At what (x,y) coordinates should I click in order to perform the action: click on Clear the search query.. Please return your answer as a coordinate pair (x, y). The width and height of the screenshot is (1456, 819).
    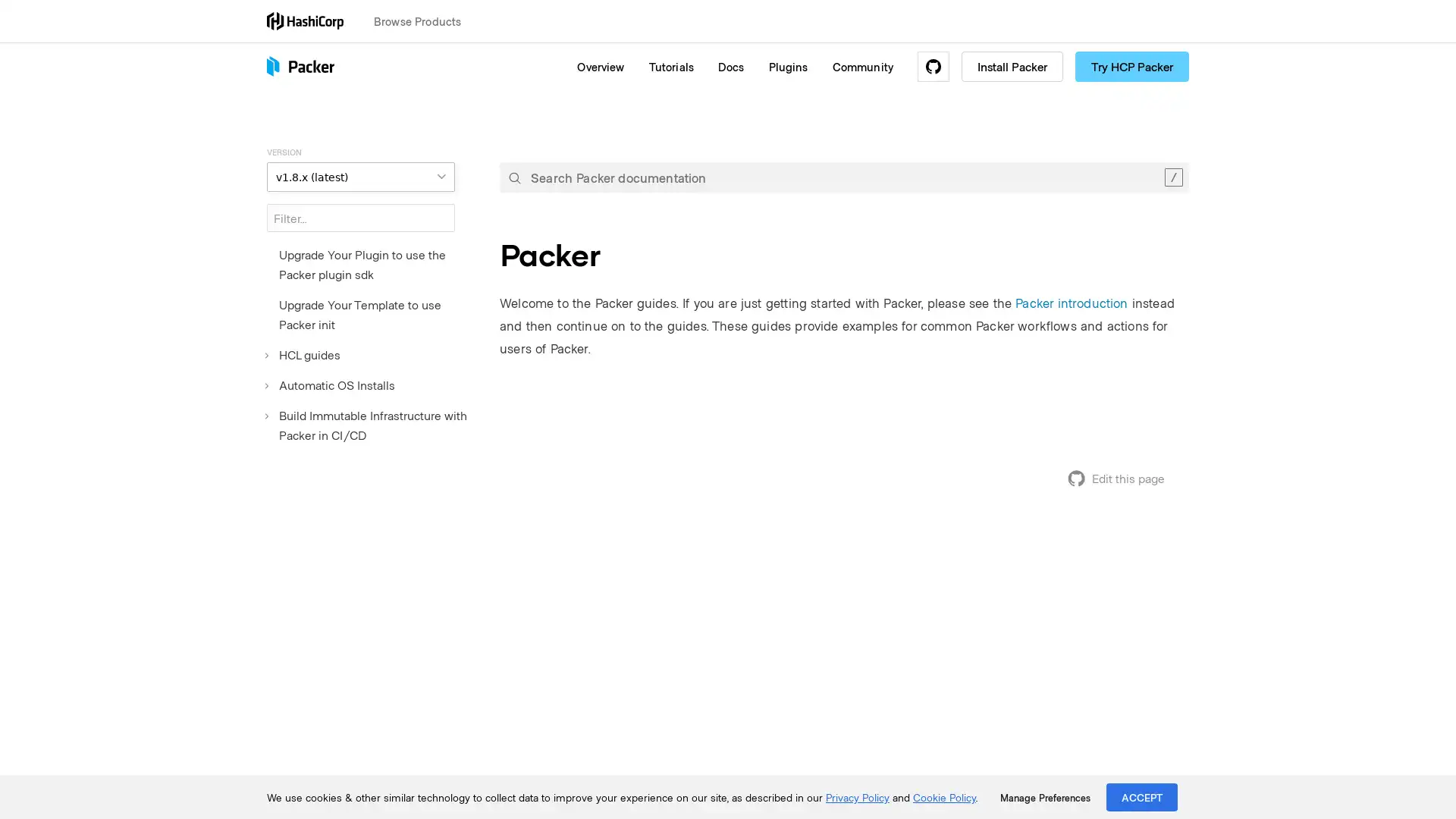
    Looking at the image, I should click on (1172, 177).